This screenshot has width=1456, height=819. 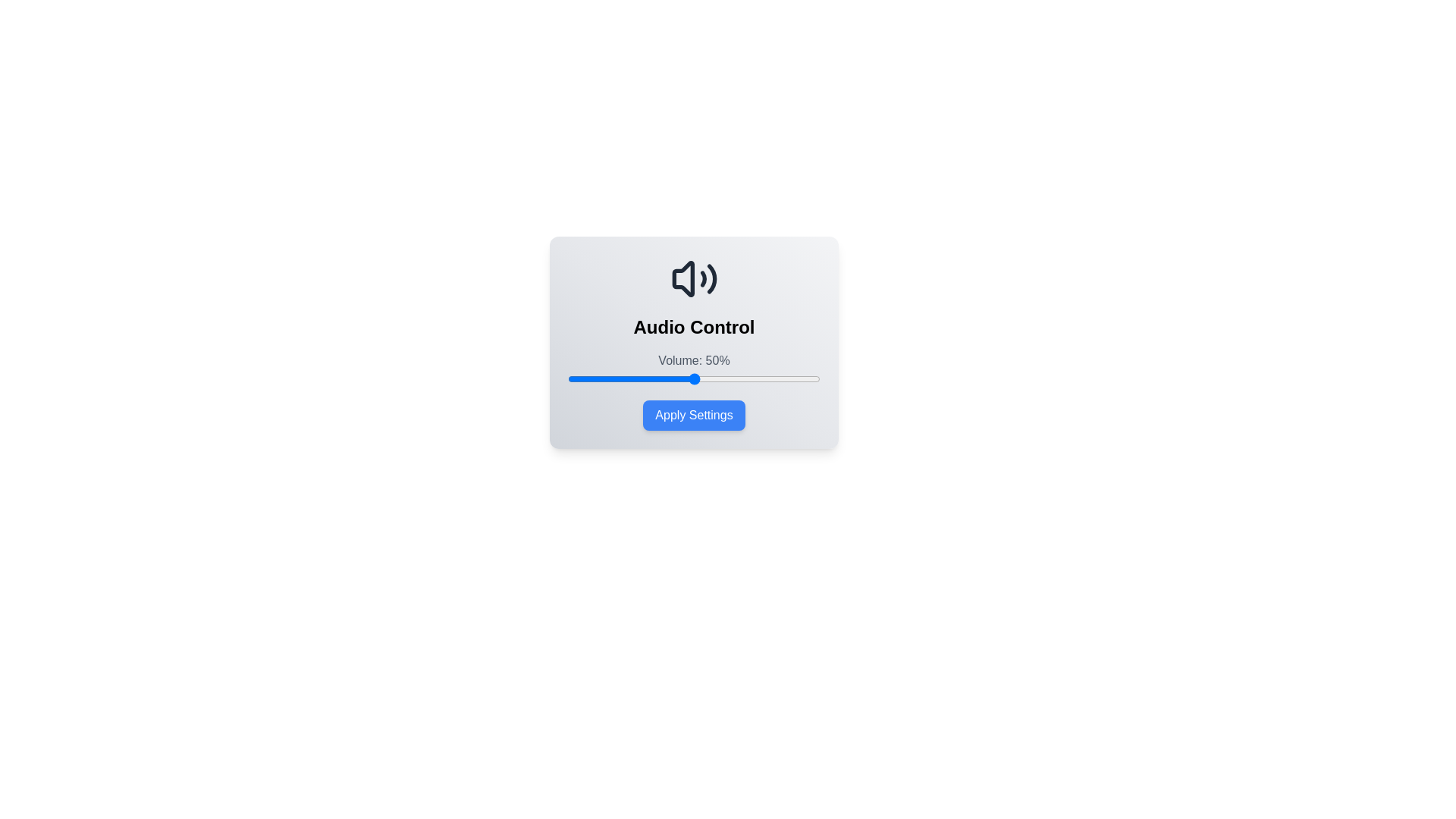 I want to click on the slider to set the volume value, which is located beneath the text 'Volume: 50%' and above the 'Apply Settings' button, so click(x=693, y=378).